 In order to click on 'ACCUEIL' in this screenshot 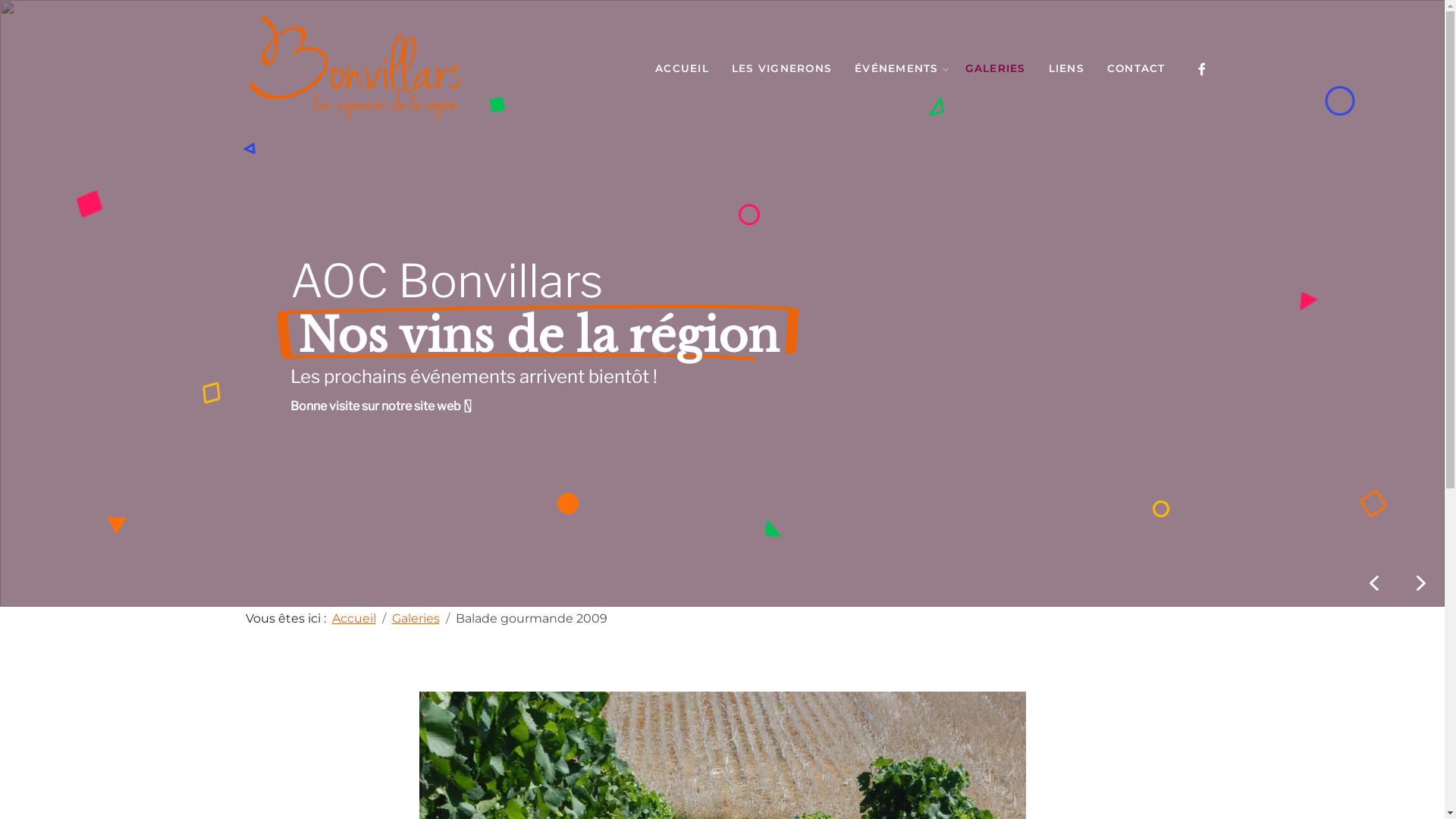, I will do `click(681, 67)`.